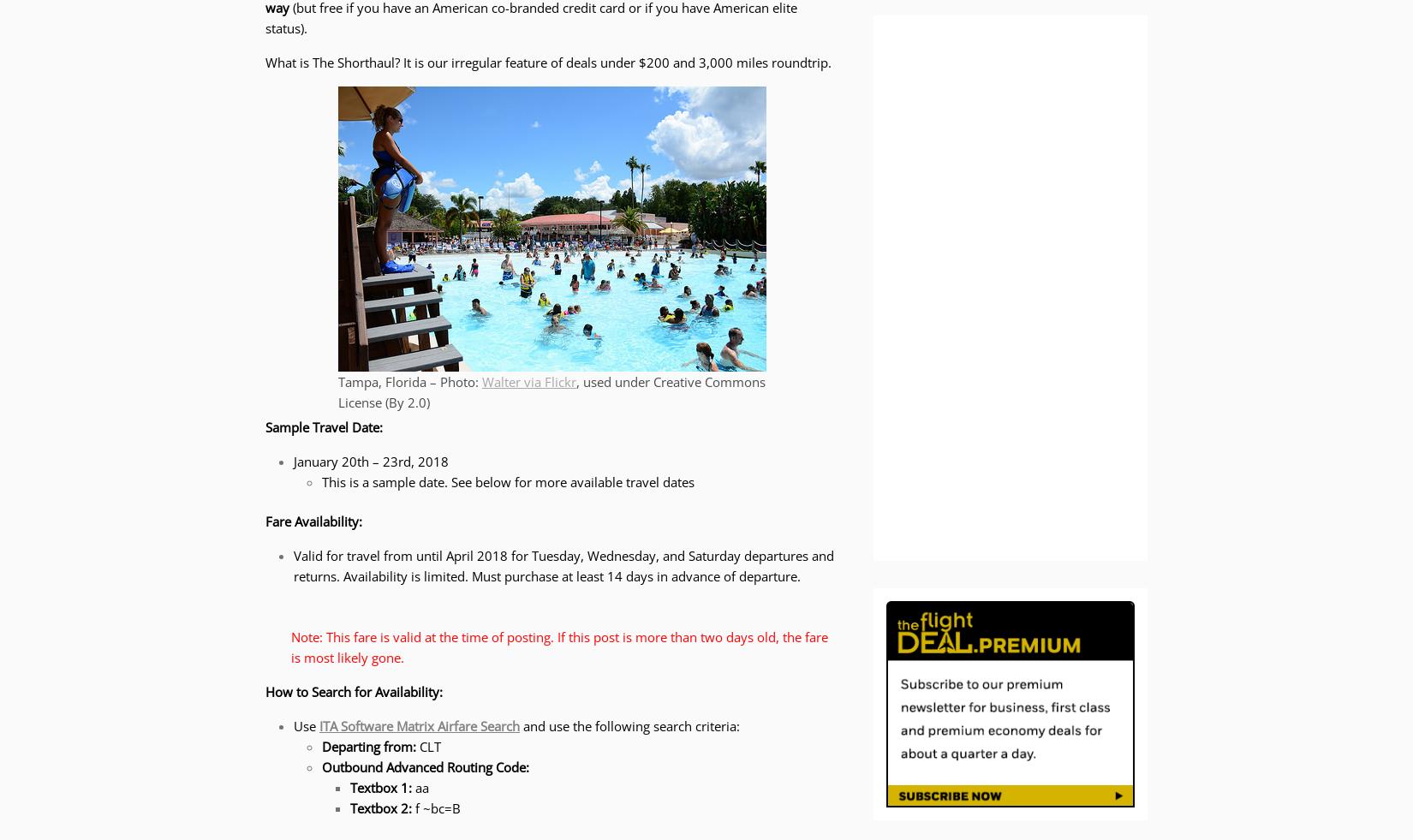  What do you see at coordinates (381, 807) in the screenshot?
I see `'Textbox 2:'` at bounding box center [381, 807].